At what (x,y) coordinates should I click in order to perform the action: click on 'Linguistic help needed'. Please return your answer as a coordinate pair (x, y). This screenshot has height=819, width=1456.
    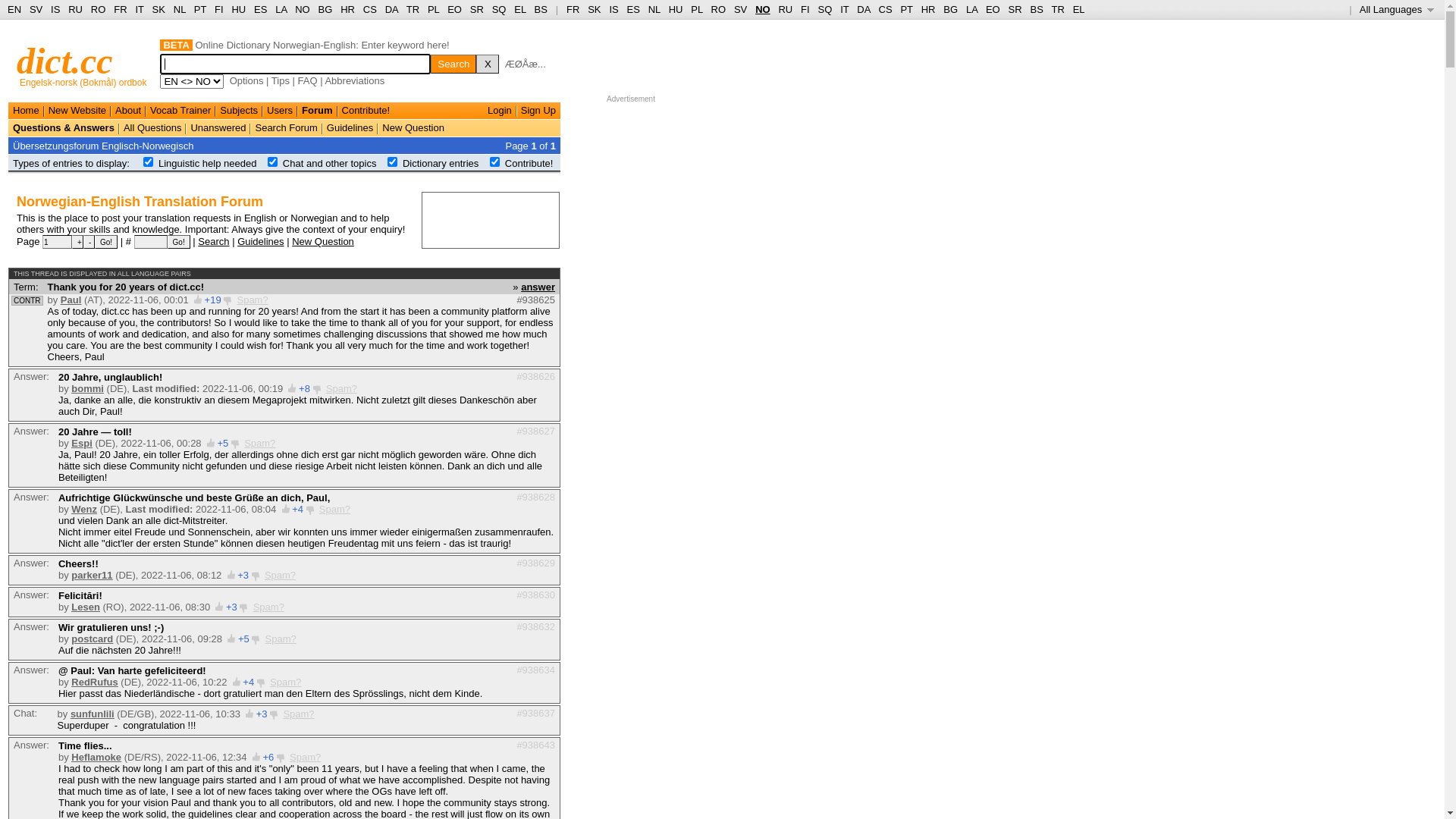
    Looking at the image, I should click on (206, 163).